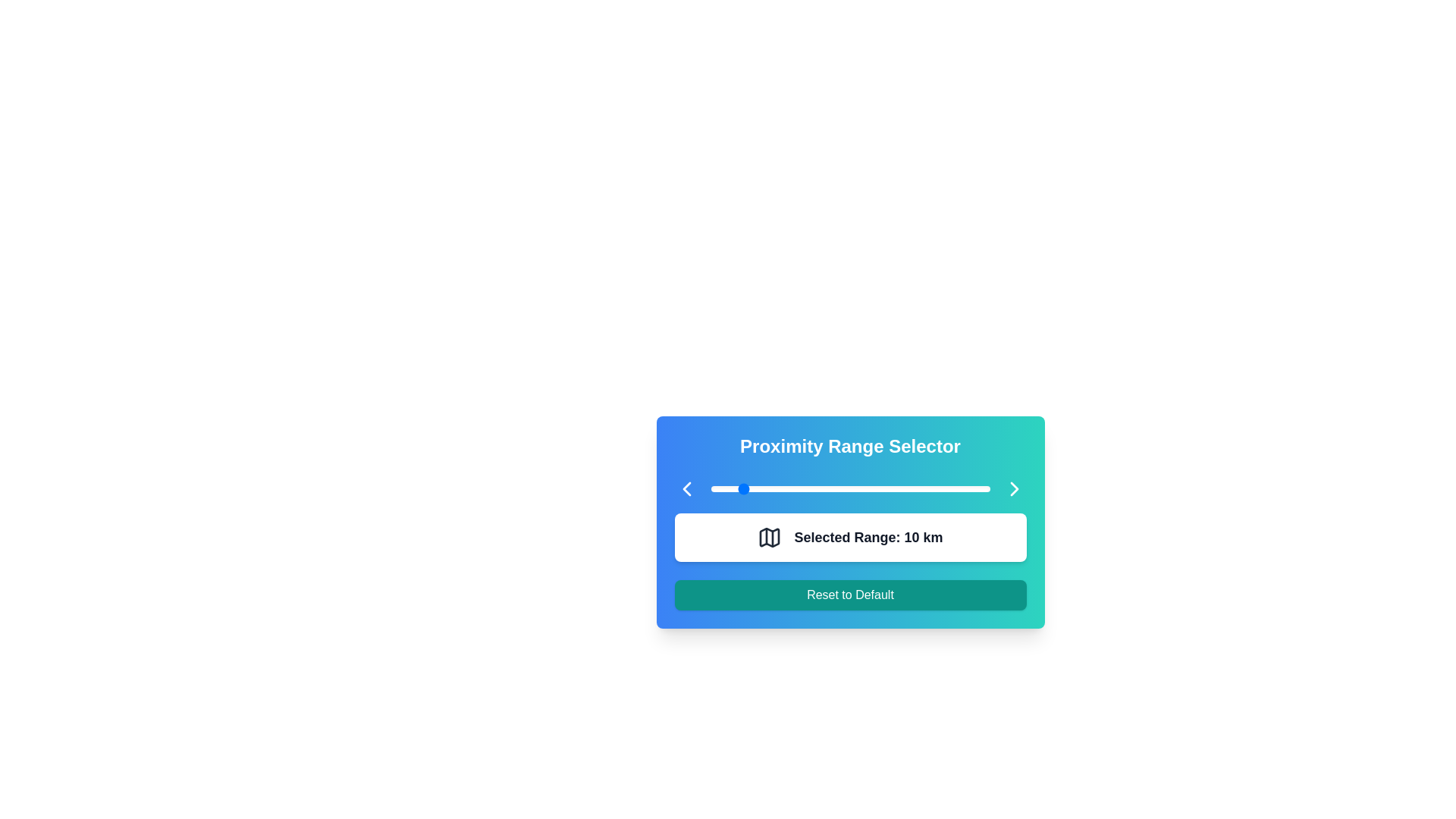 This screenshot has width=1456, height=819. What do you see at coordinates (870, 488) in the screenshot?
I see `proximity range` at bounding box center [870, 488].